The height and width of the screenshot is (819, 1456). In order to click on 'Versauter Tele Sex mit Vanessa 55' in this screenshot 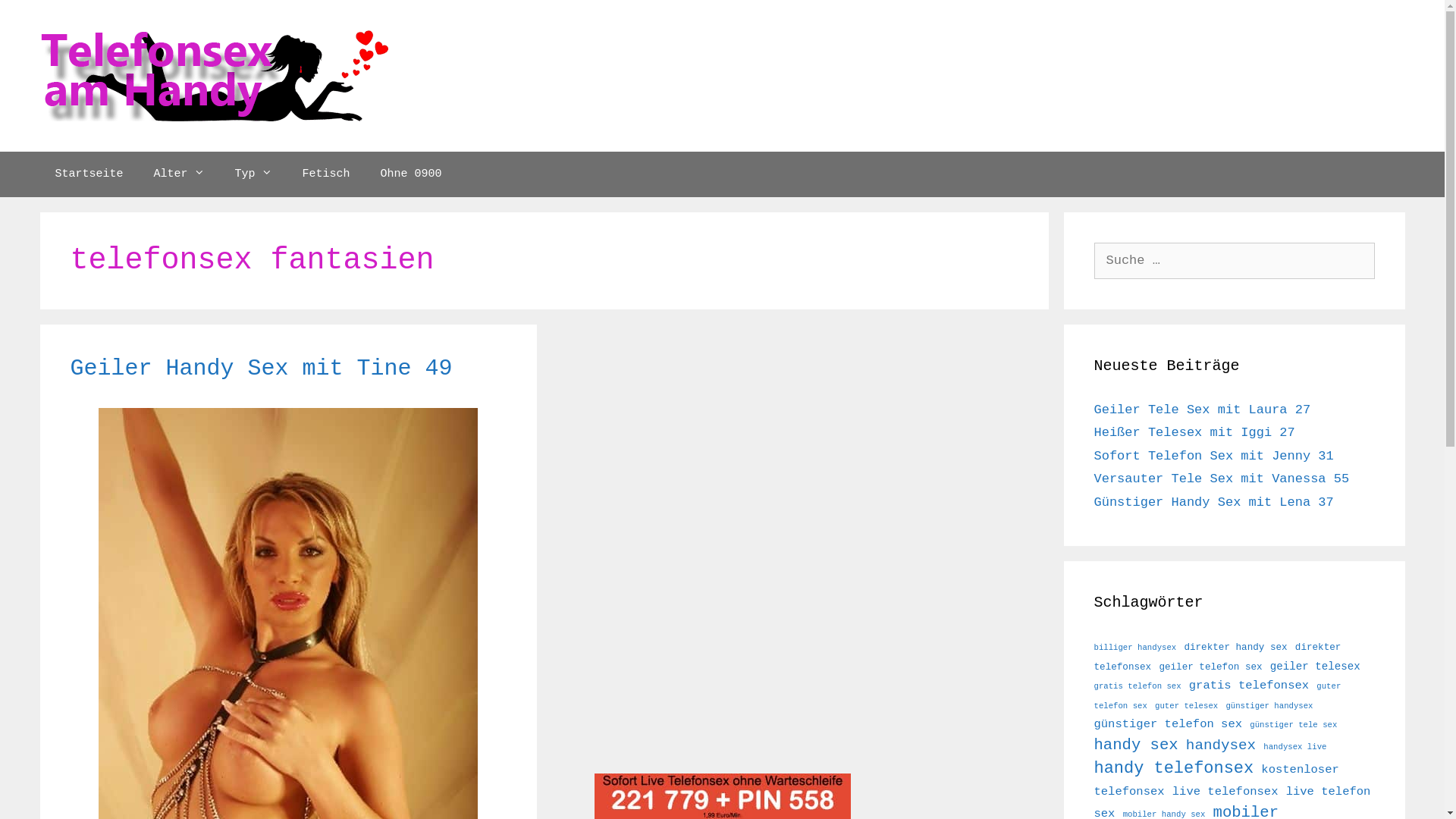, I will do `click(1221, 479)`.